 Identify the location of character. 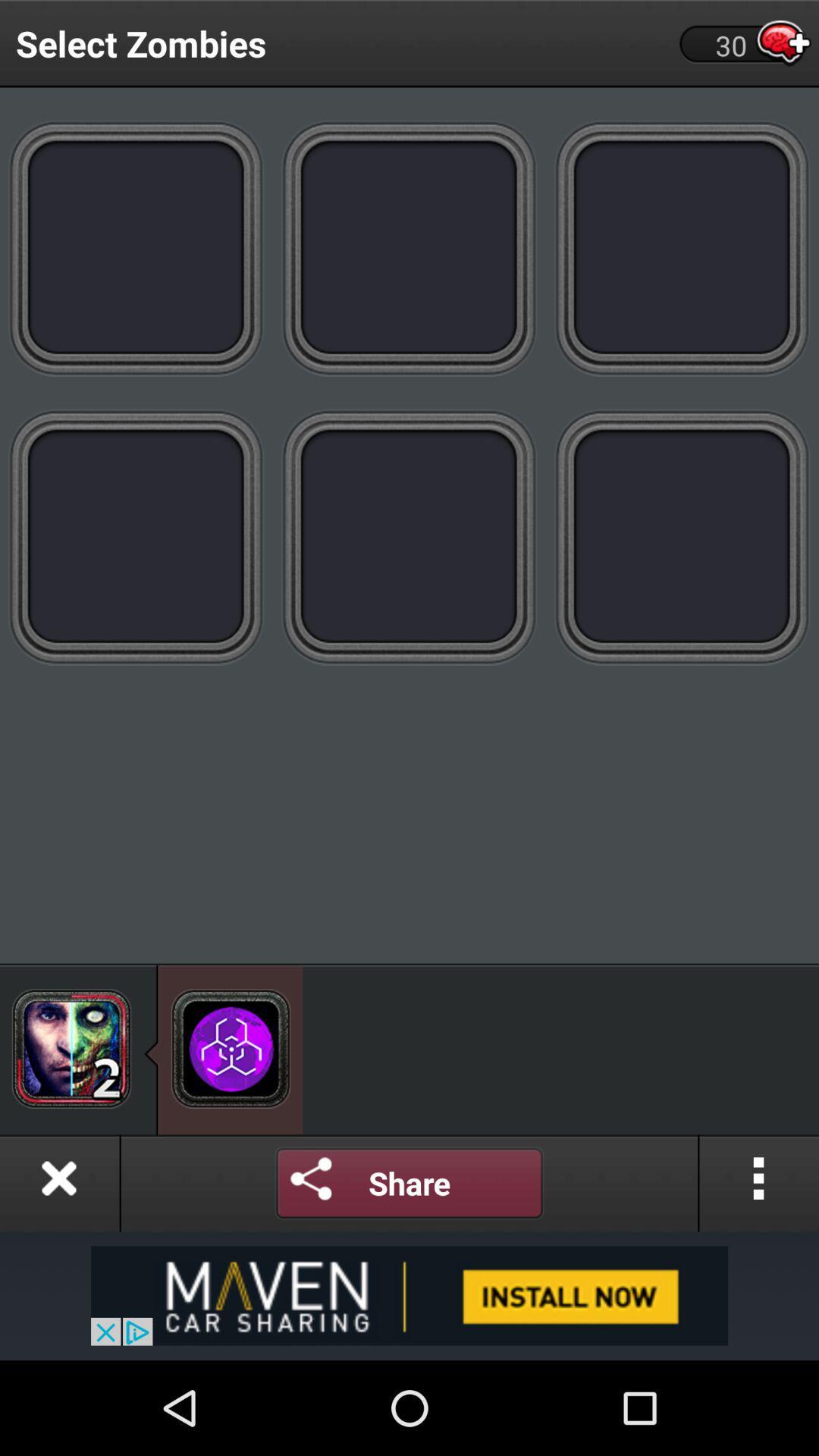
(71, 1047).